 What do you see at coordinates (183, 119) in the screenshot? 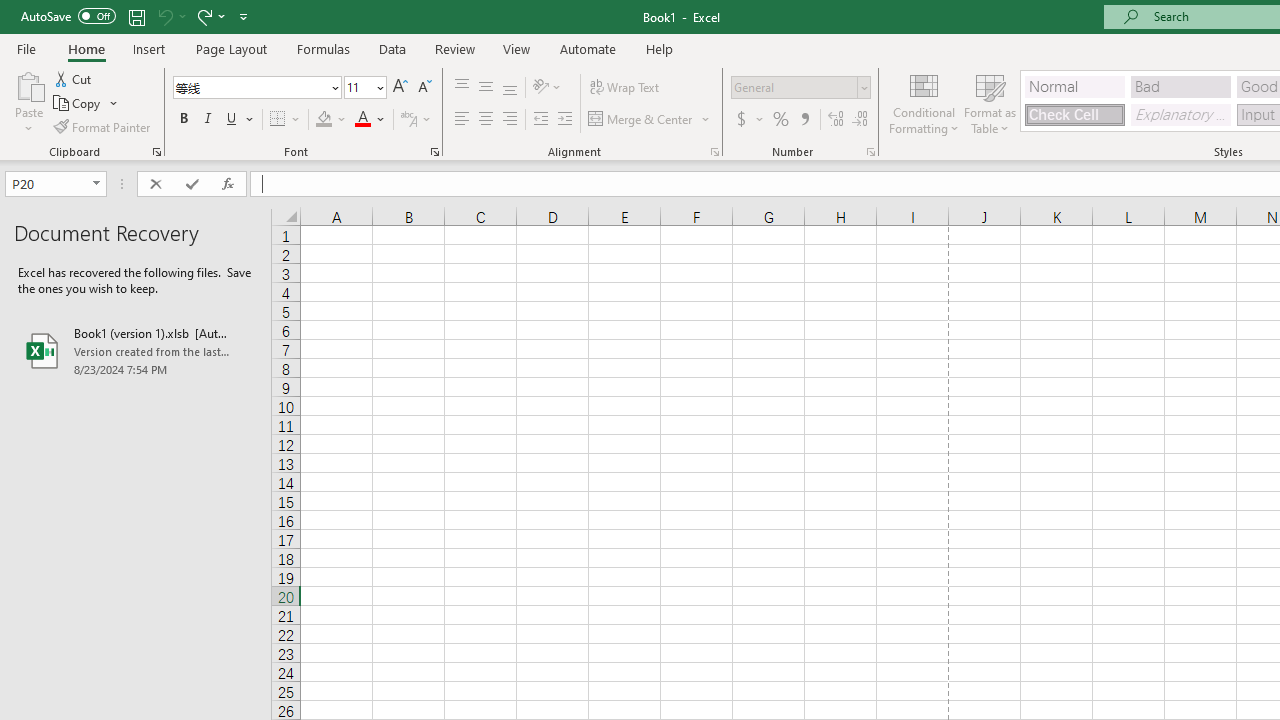
I see `'Bold'` at bounding box center [183, 119].